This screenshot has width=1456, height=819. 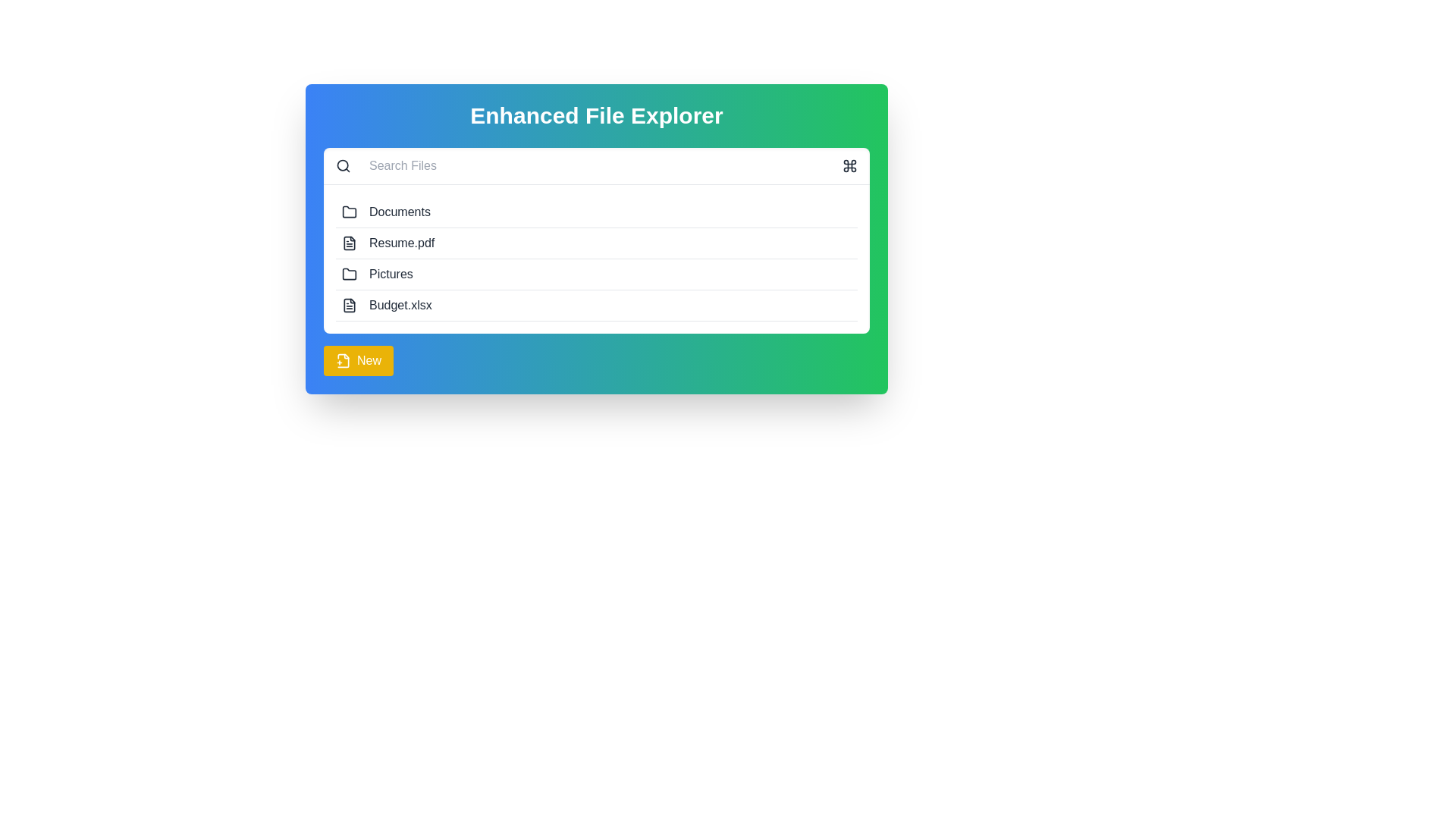 I want to click on the file row labeled 'Budget.xlsx', so click(x=596, y=306).